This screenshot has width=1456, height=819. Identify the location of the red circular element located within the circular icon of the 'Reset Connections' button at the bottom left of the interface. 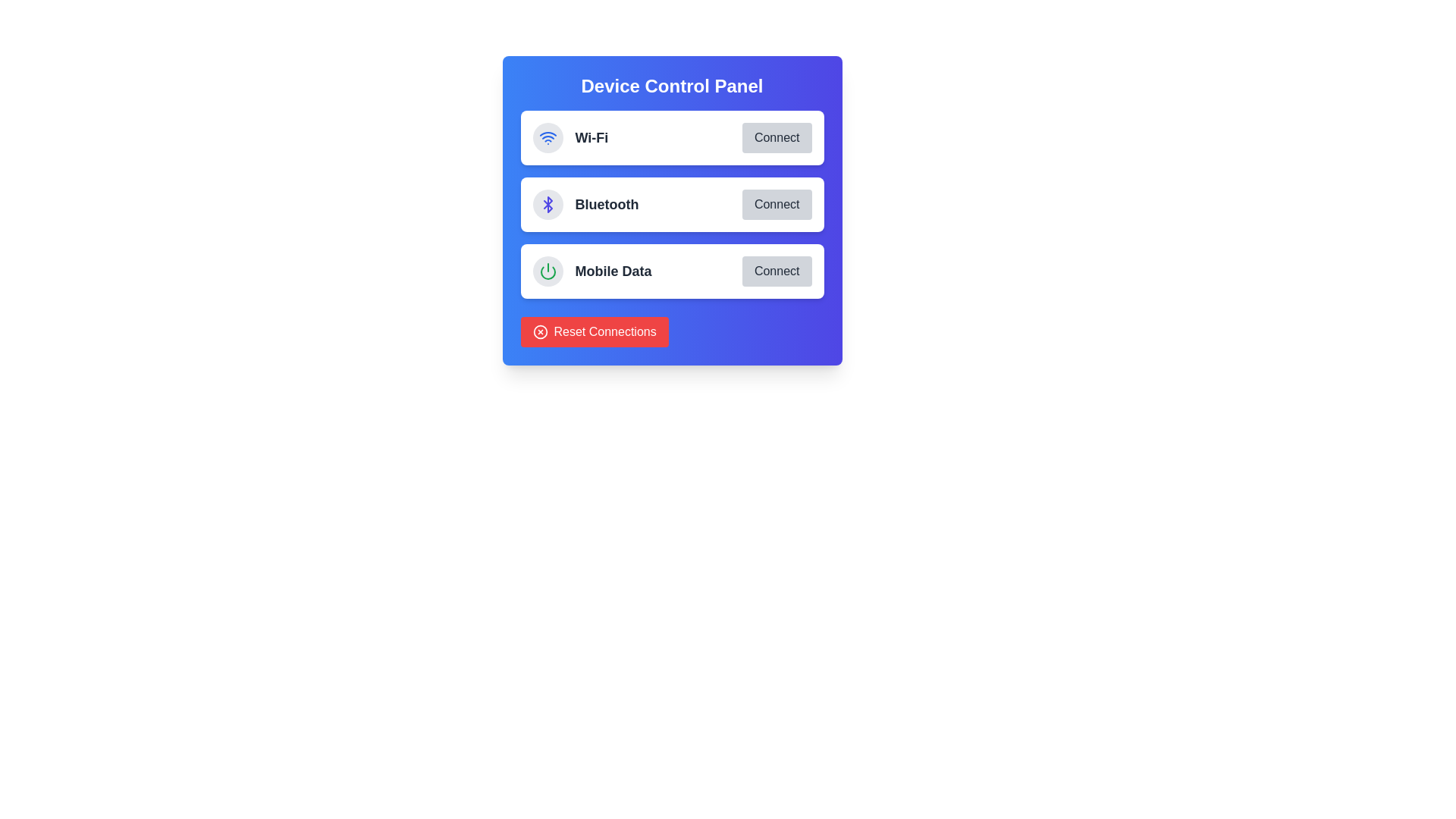
(540, 331).